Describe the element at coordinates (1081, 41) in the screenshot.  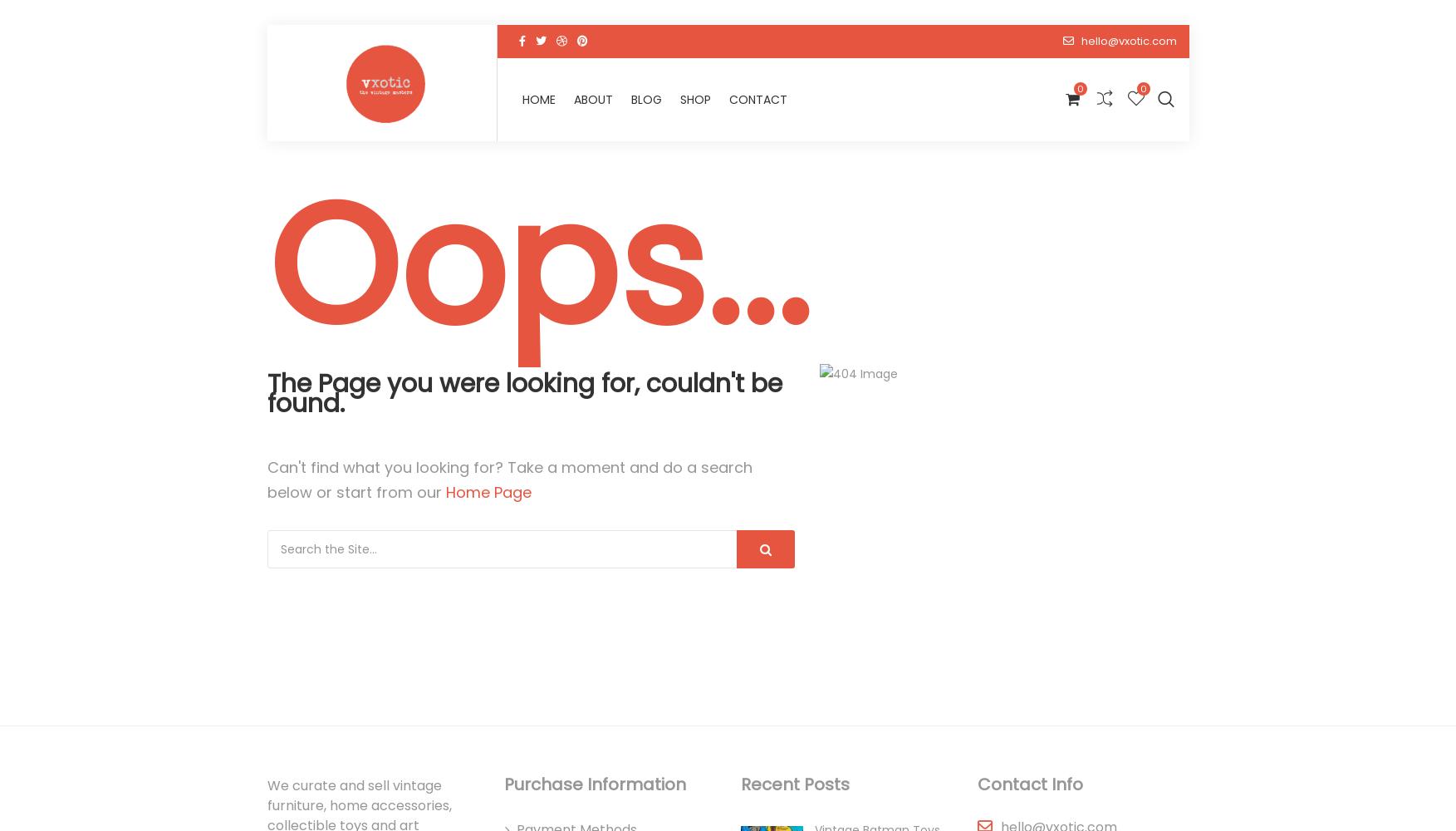
I see `'hello@vxotic.com'` at that location.